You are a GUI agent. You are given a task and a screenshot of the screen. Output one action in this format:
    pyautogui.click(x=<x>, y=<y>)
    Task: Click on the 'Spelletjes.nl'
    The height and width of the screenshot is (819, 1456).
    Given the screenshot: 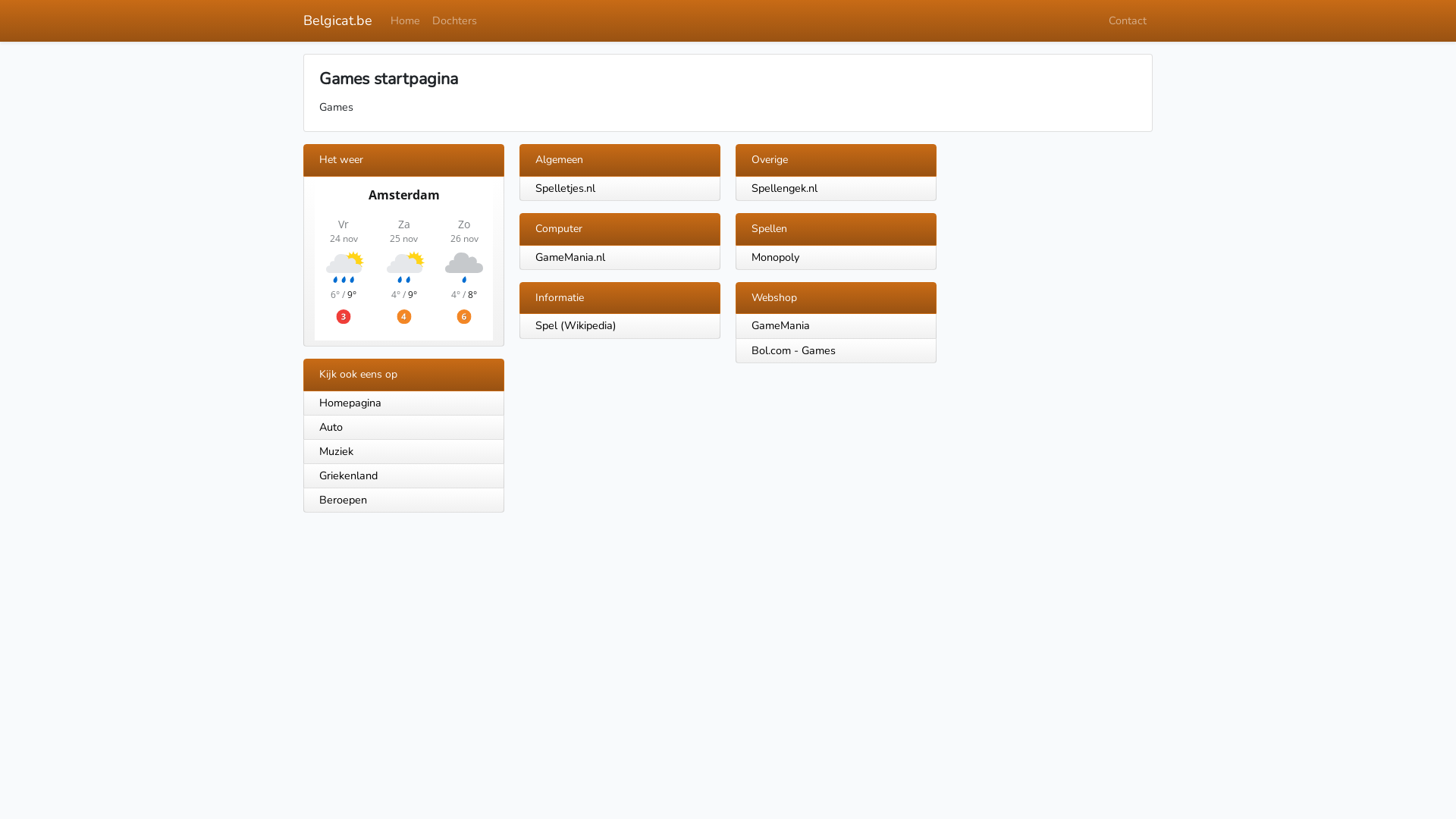 What is the action you would take?
    pyautogui.click(x=564, y=187)
    